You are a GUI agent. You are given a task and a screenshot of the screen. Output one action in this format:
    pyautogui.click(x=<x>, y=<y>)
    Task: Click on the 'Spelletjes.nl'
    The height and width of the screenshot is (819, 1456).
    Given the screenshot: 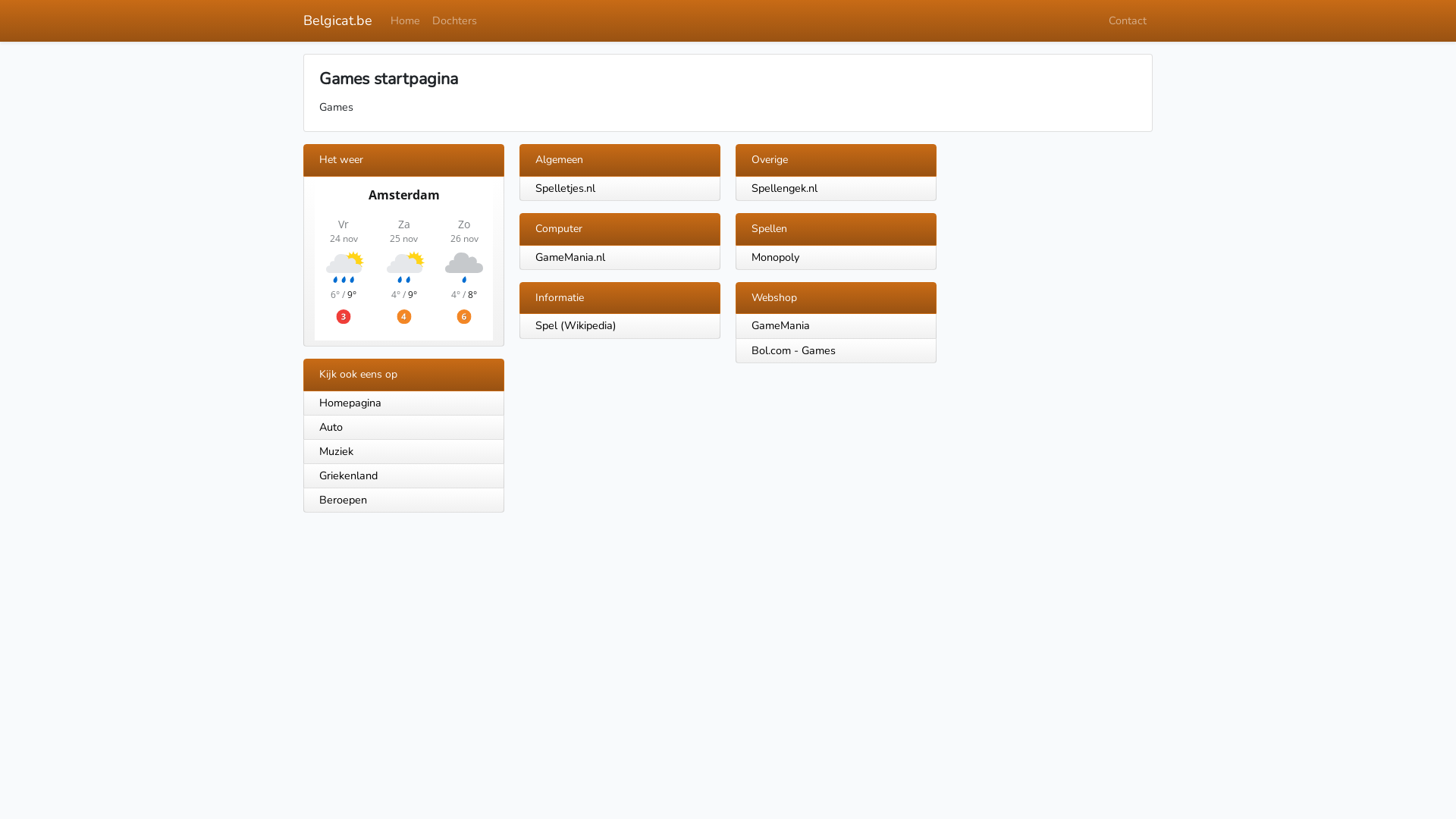 What is the action you would take?
    pyautogui.click(x=564, y=187)
    